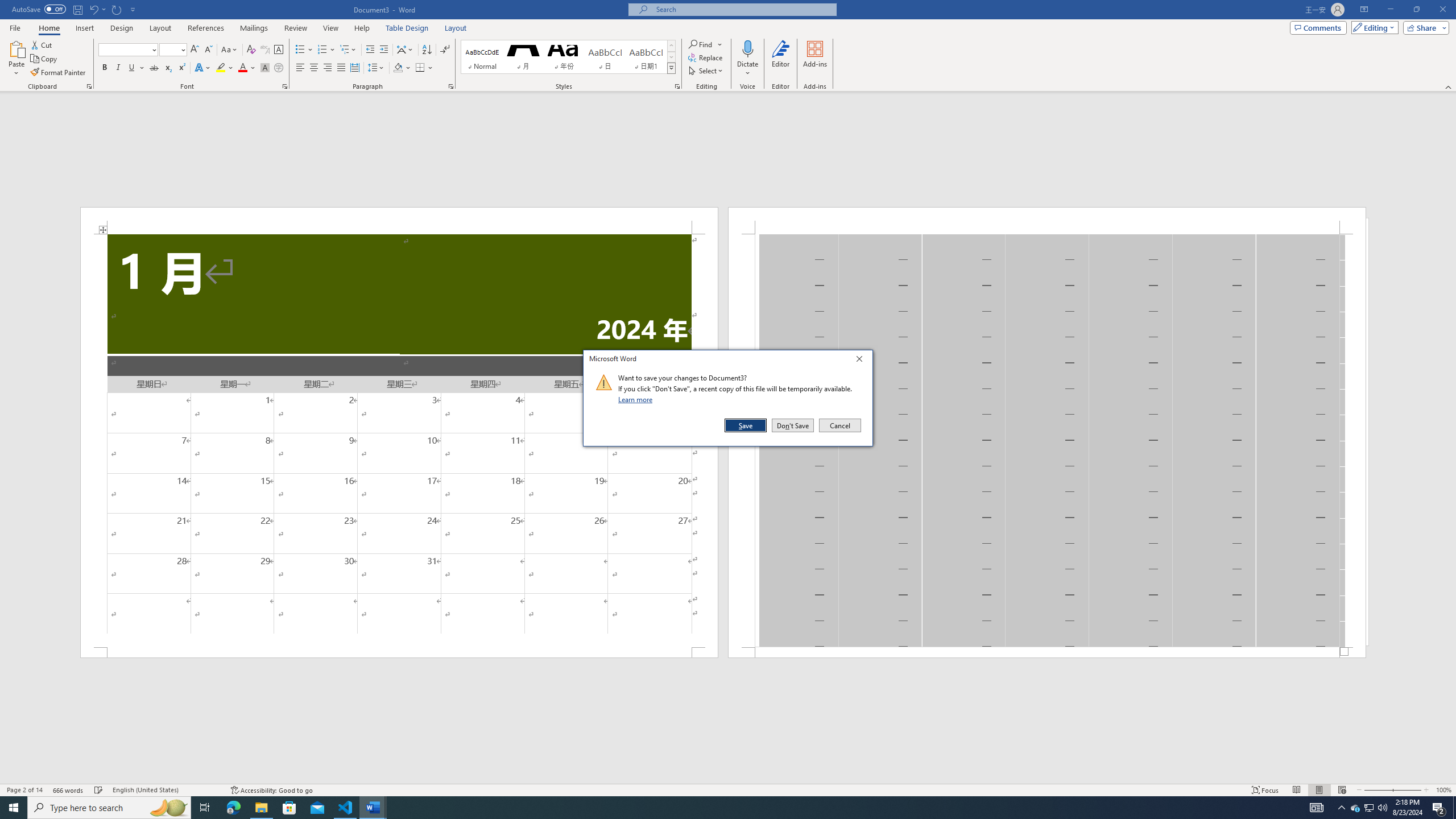  Describe the element at coordinates (220, 67) in the screenshot. I see `'Text Highlight Color Yellow'` at that location.